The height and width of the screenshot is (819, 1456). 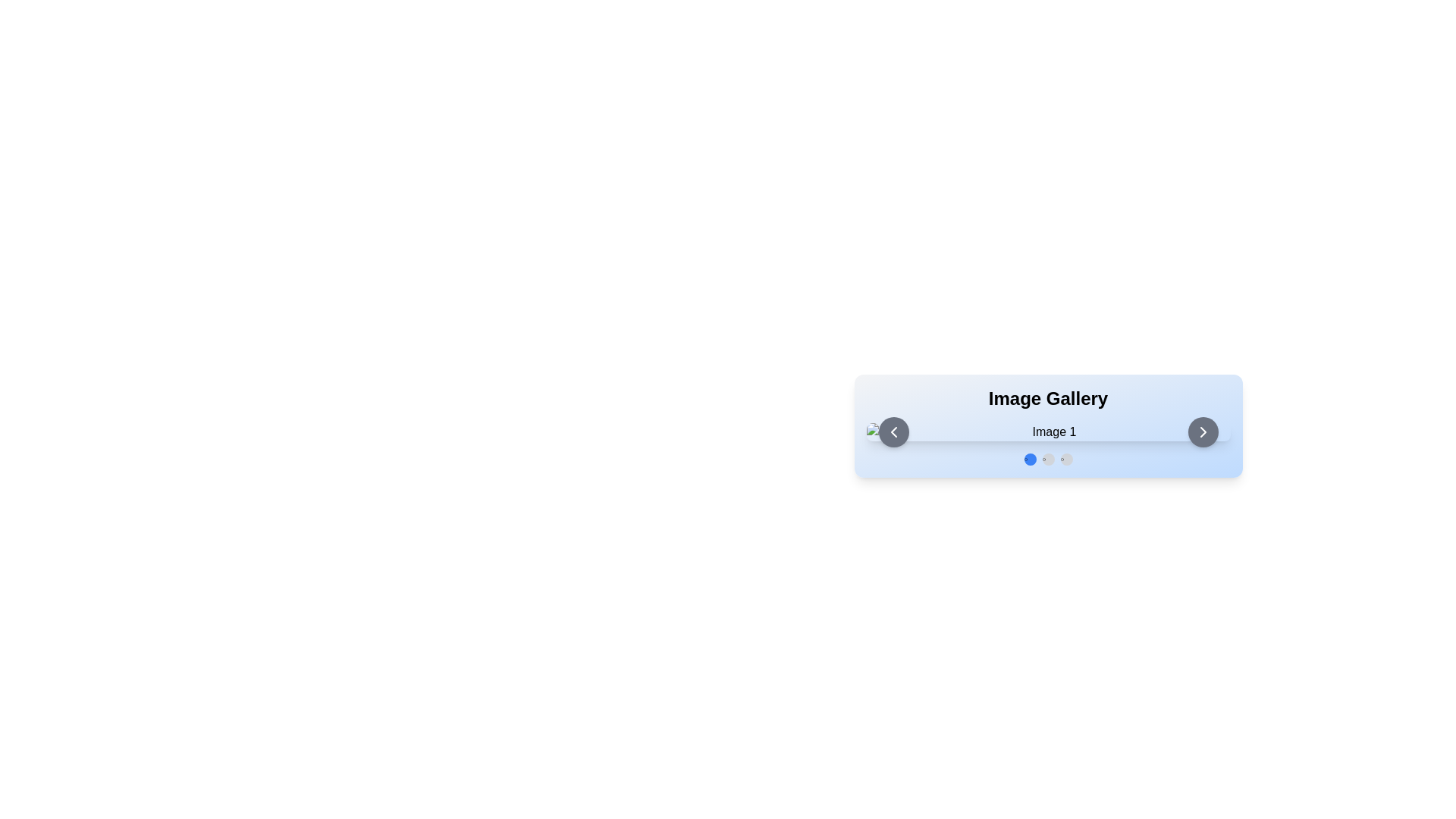 I want to click on the blue circle of the pagination indicator group located at the bottom of the 'Image Gallery' card, so click(x=1047, y=458).